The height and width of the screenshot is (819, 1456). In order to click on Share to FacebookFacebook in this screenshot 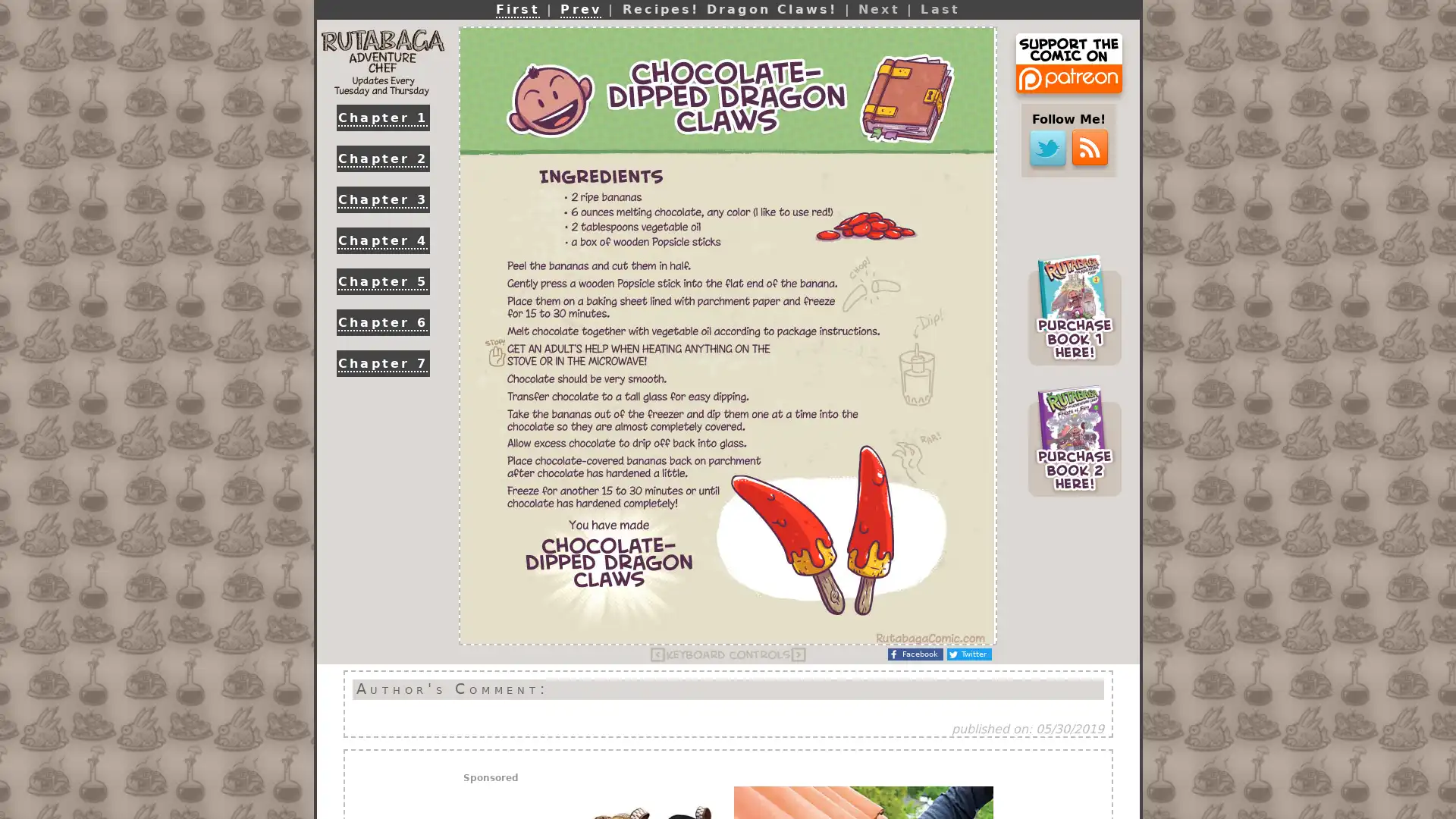, I will do `click(915, 654)`.